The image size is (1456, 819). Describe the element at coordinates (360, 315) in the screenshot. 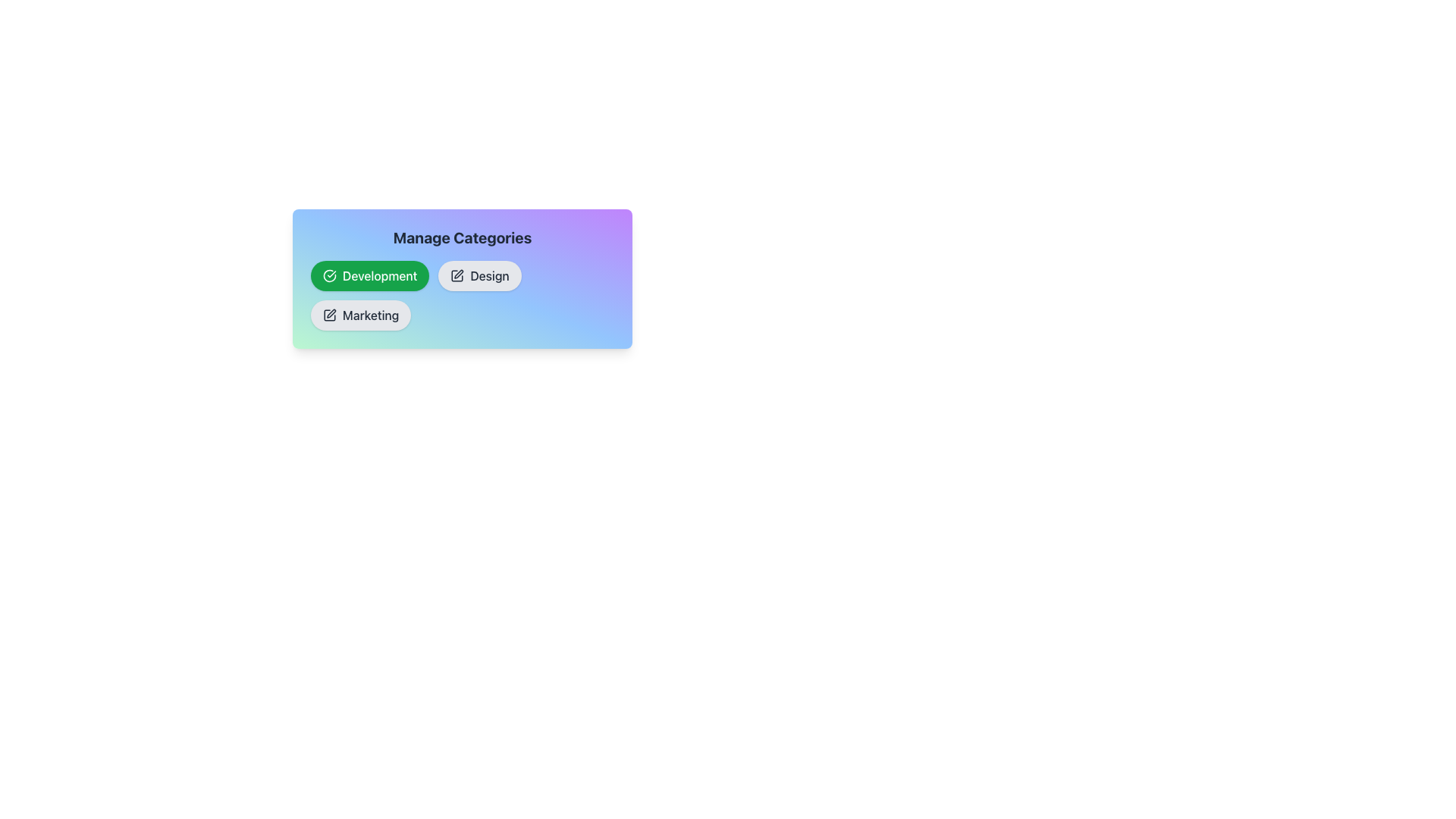

I see `the 'Marketing' button, which is the third button in a vertical alignment below the 'Development' and 'Design' buttons` at that location.